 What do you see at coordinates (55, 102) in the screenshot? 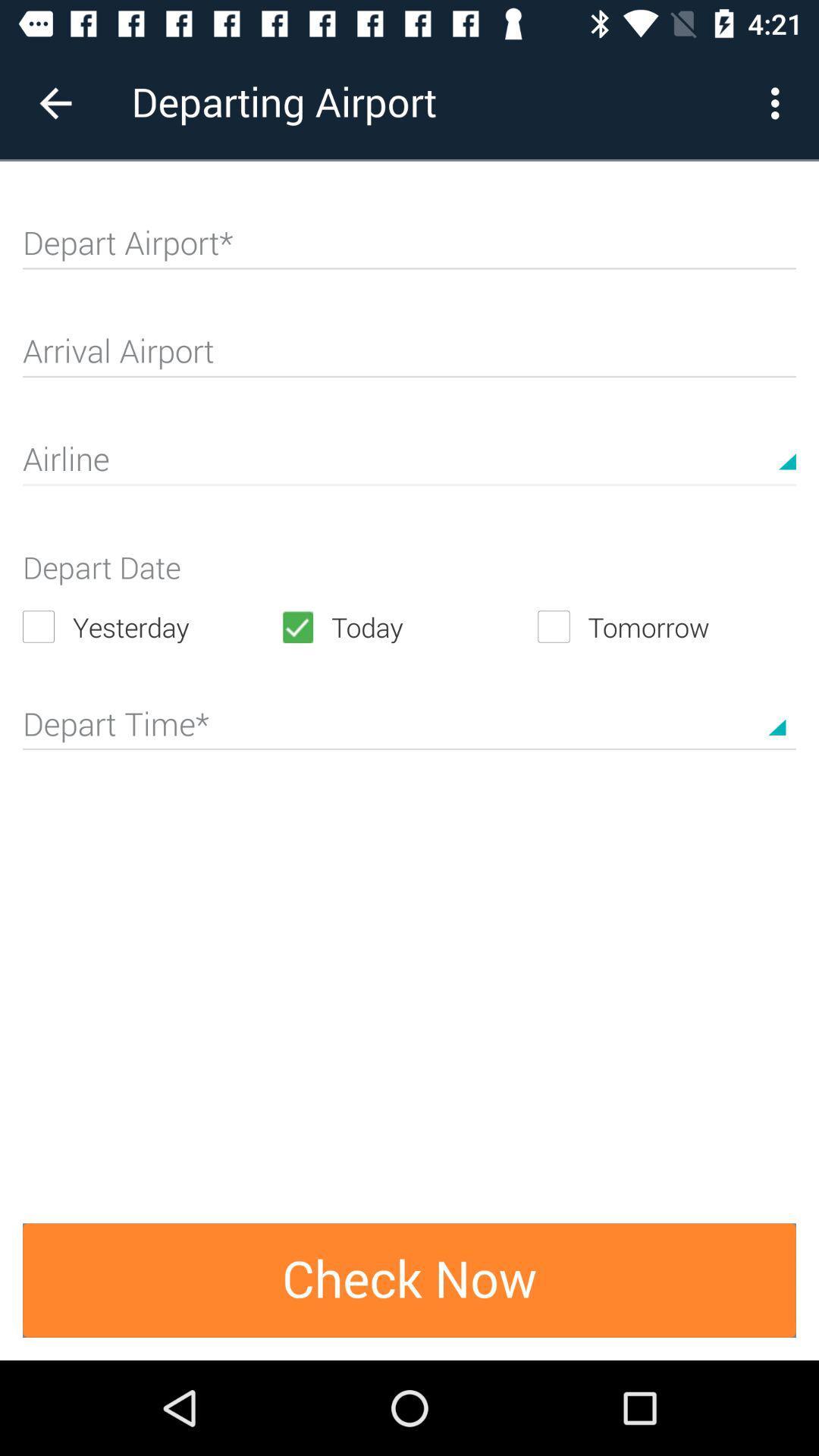
I see `the item to the left of the departing airport item` at bounding box center [55, 102].